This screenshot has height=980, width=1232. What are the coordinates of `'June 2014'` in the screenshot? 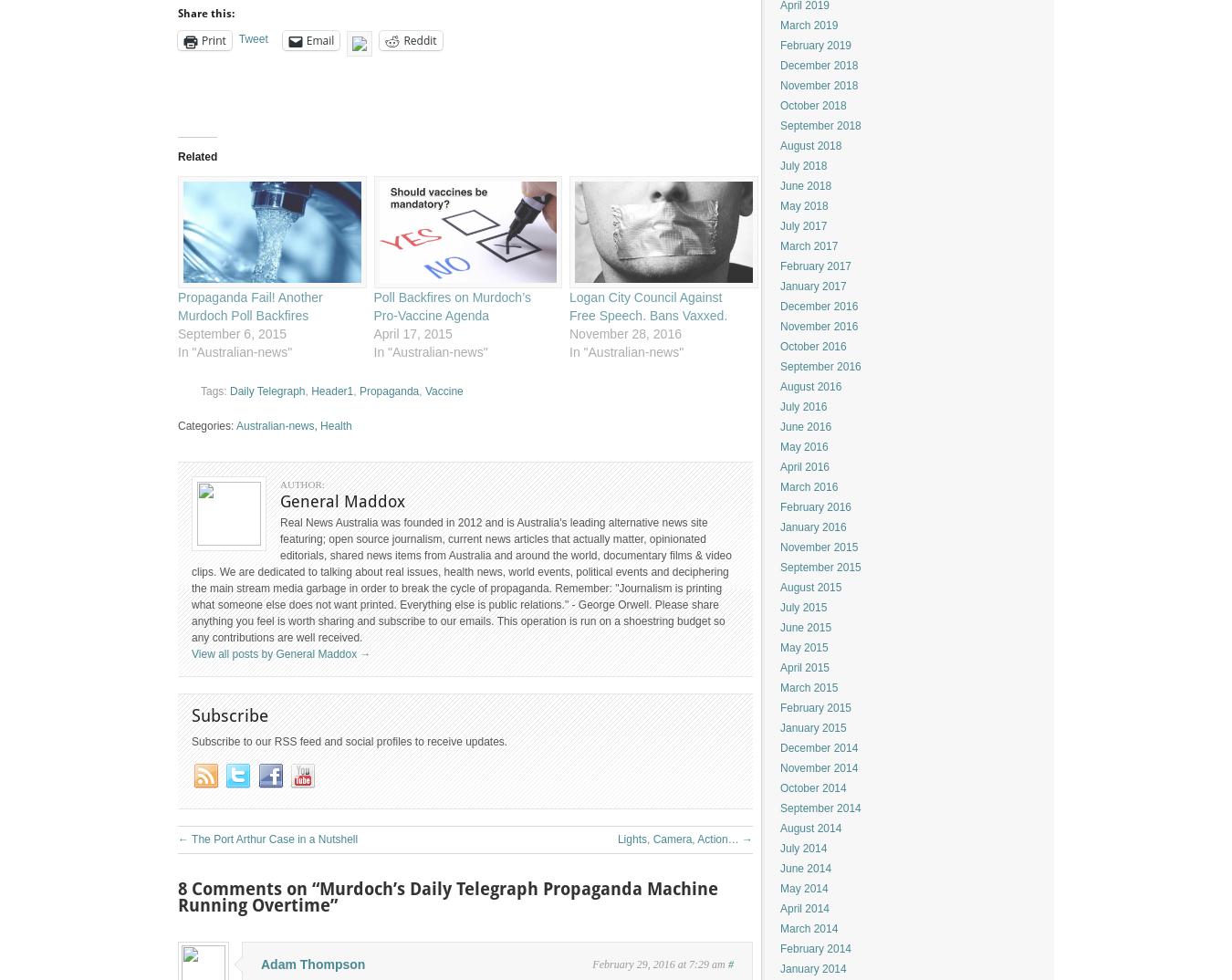 It's located at (779, 868).